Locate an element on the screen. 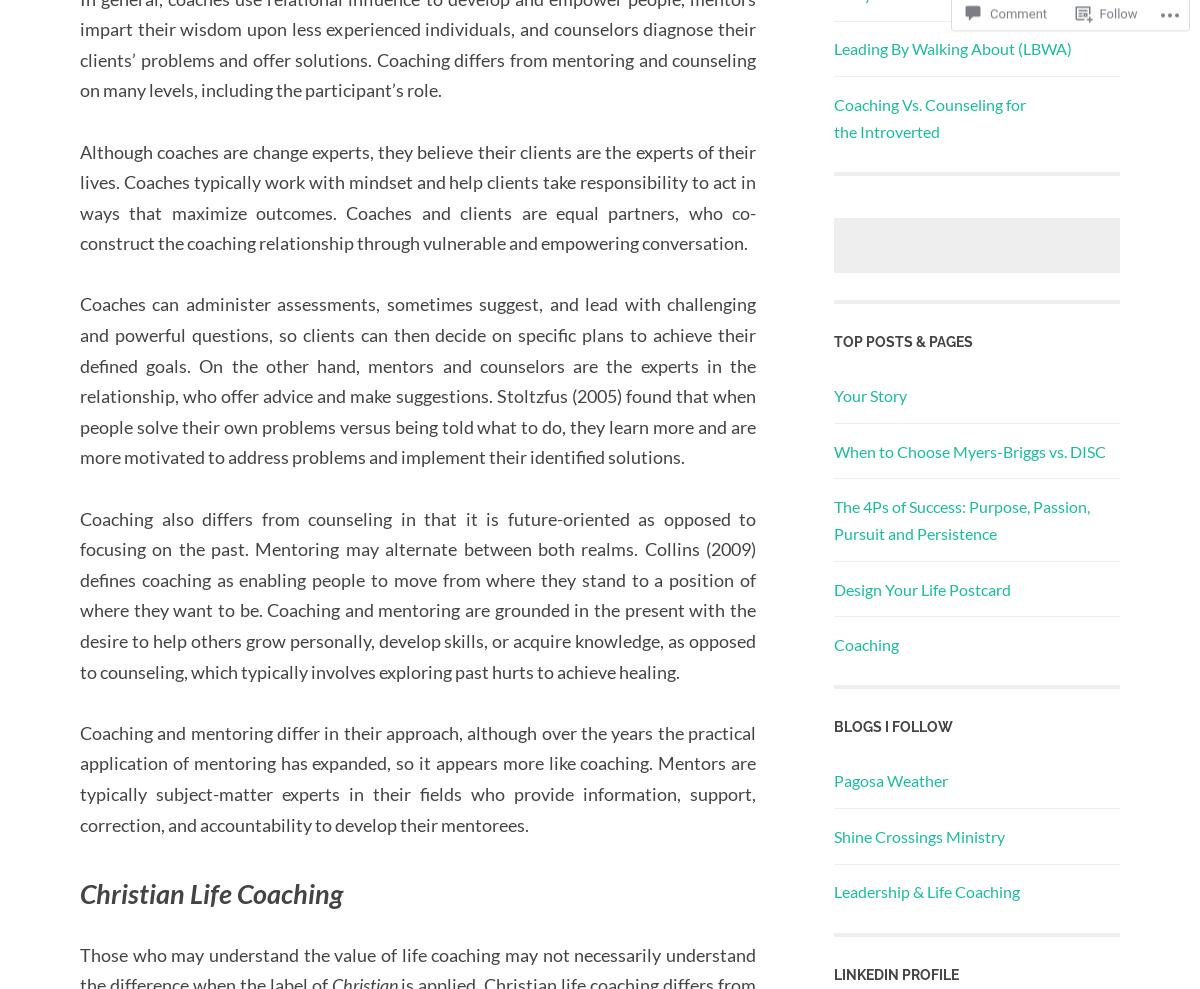 The image size is (1200, 989). 'Your Story' is located at coordinates (869, 395).